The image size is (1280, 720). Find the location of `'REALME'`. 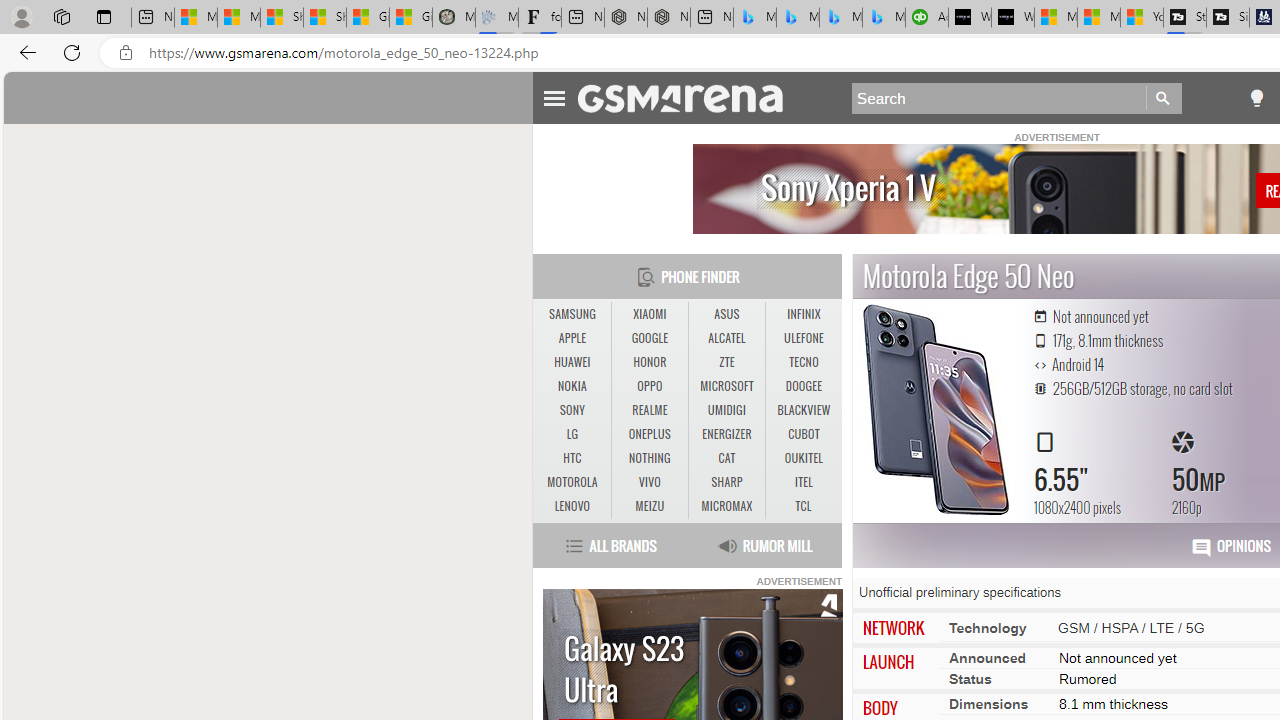

'REALME' is located at coordinates (650, 410).